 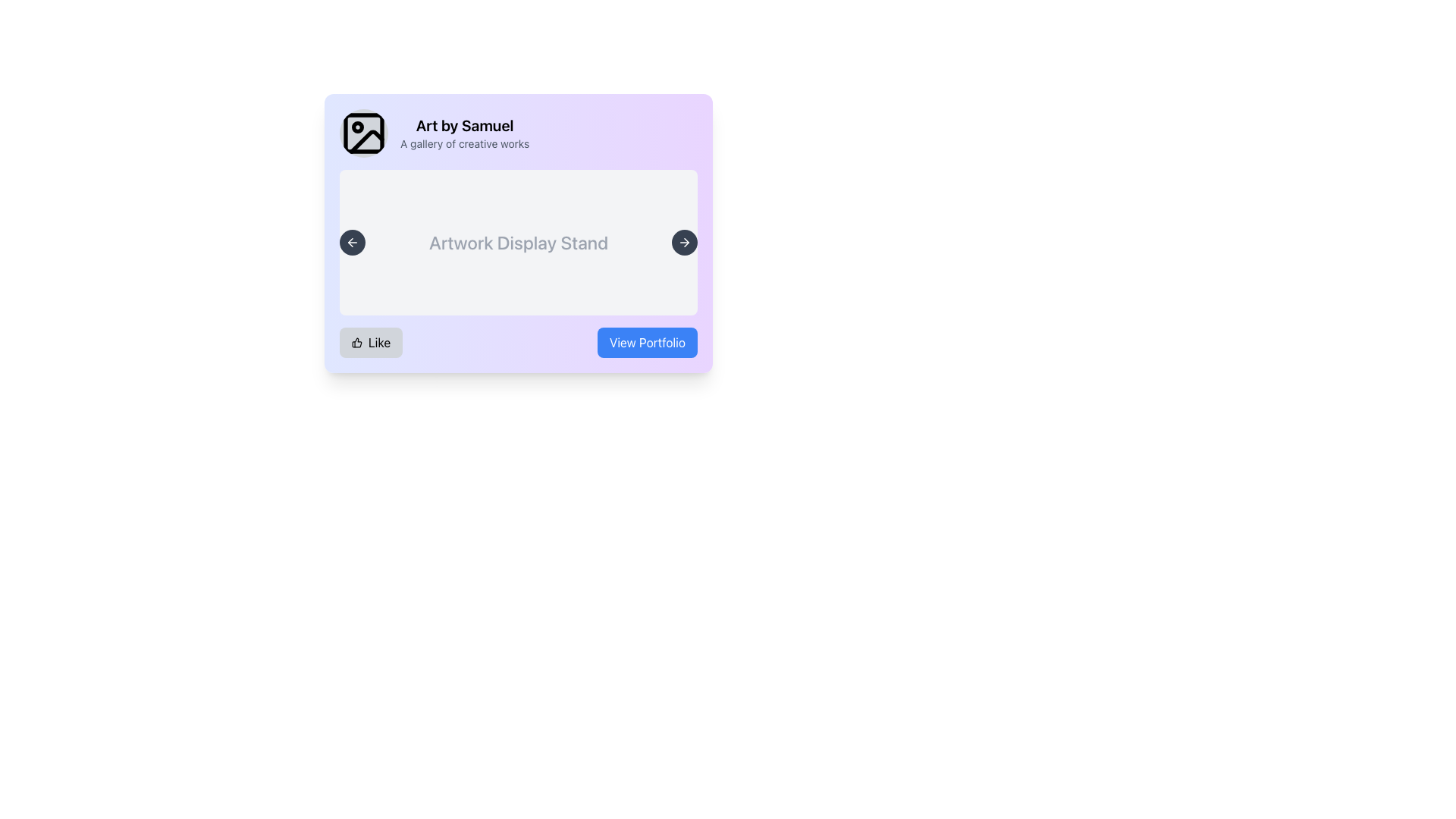 I want to click on the circular button with a left-pointing arrow icon located on the left side of the 'Artwork Display Stand' panel, so click(x=352, y=242).